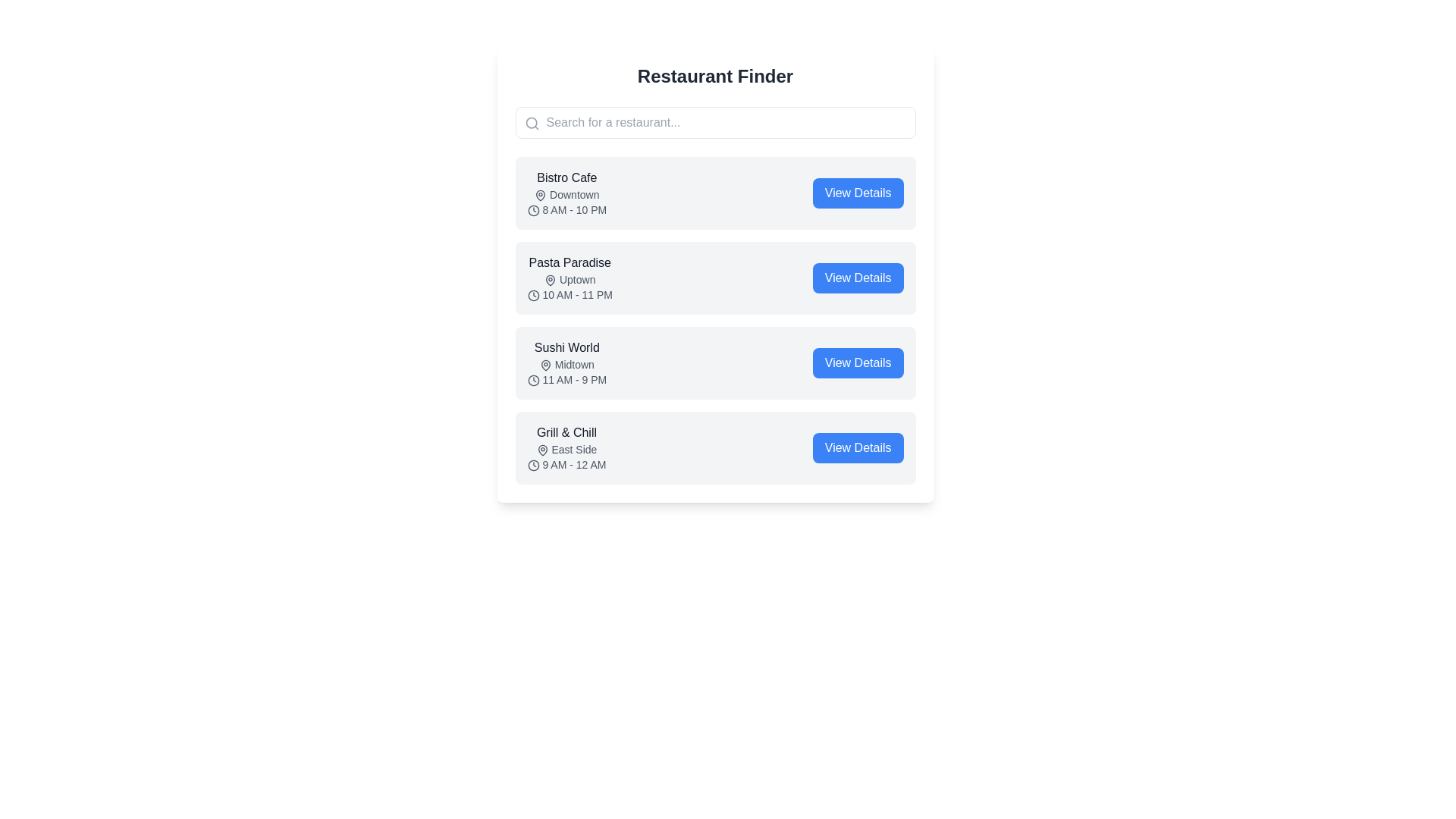 Image resolution: width=1456 pixels, height=819 pixels. Describe the element at coordinates (566, 447) in the screenshot. I see `the text block displaying location and operating hours information for 'Grill & Chill', located in the fourth section of a scrollable list under the label 'Grill & Chill'` at that location.